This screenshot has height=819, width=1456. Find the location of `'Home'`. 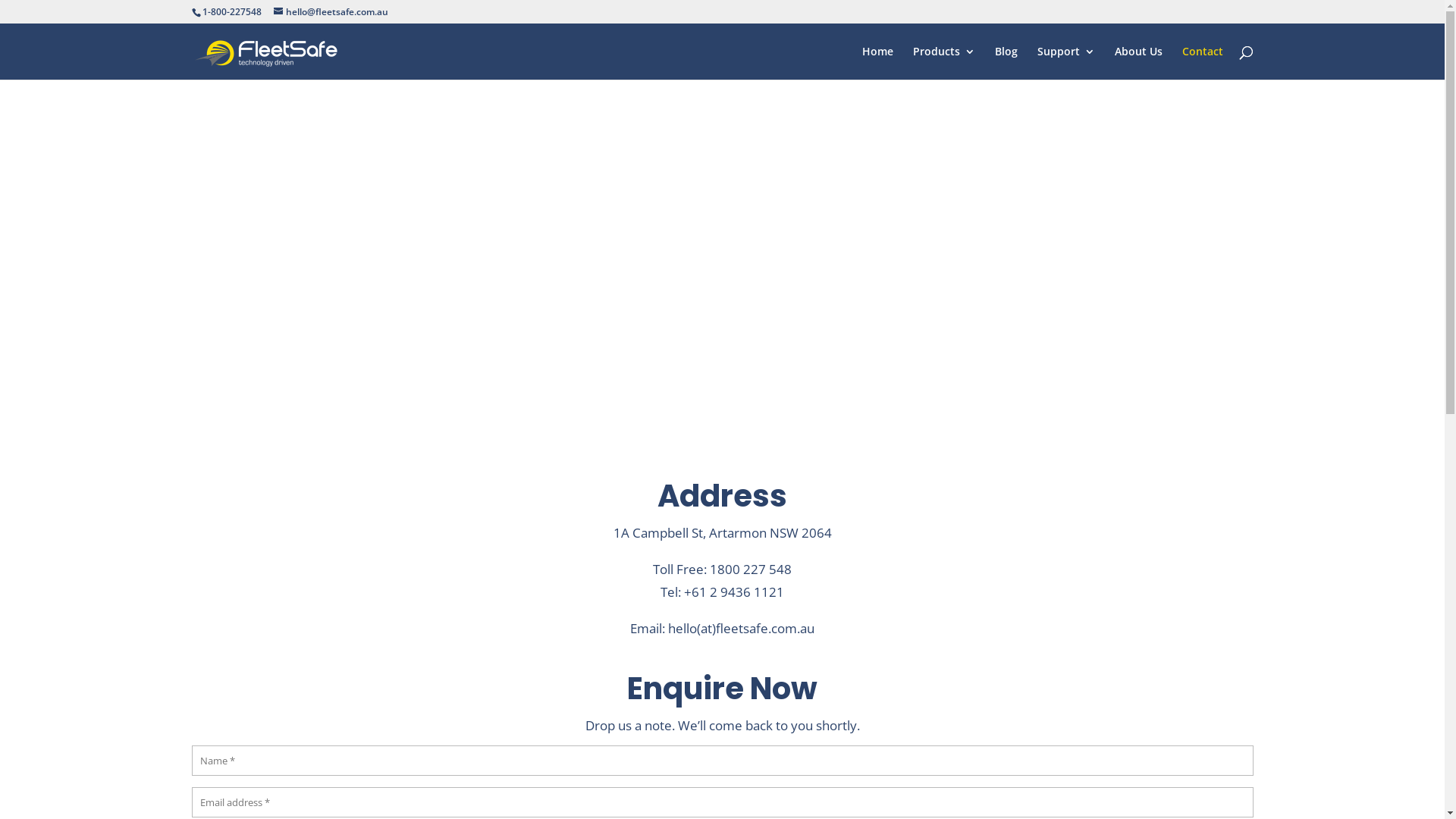

'Home' is located at coordinates (877, 62).